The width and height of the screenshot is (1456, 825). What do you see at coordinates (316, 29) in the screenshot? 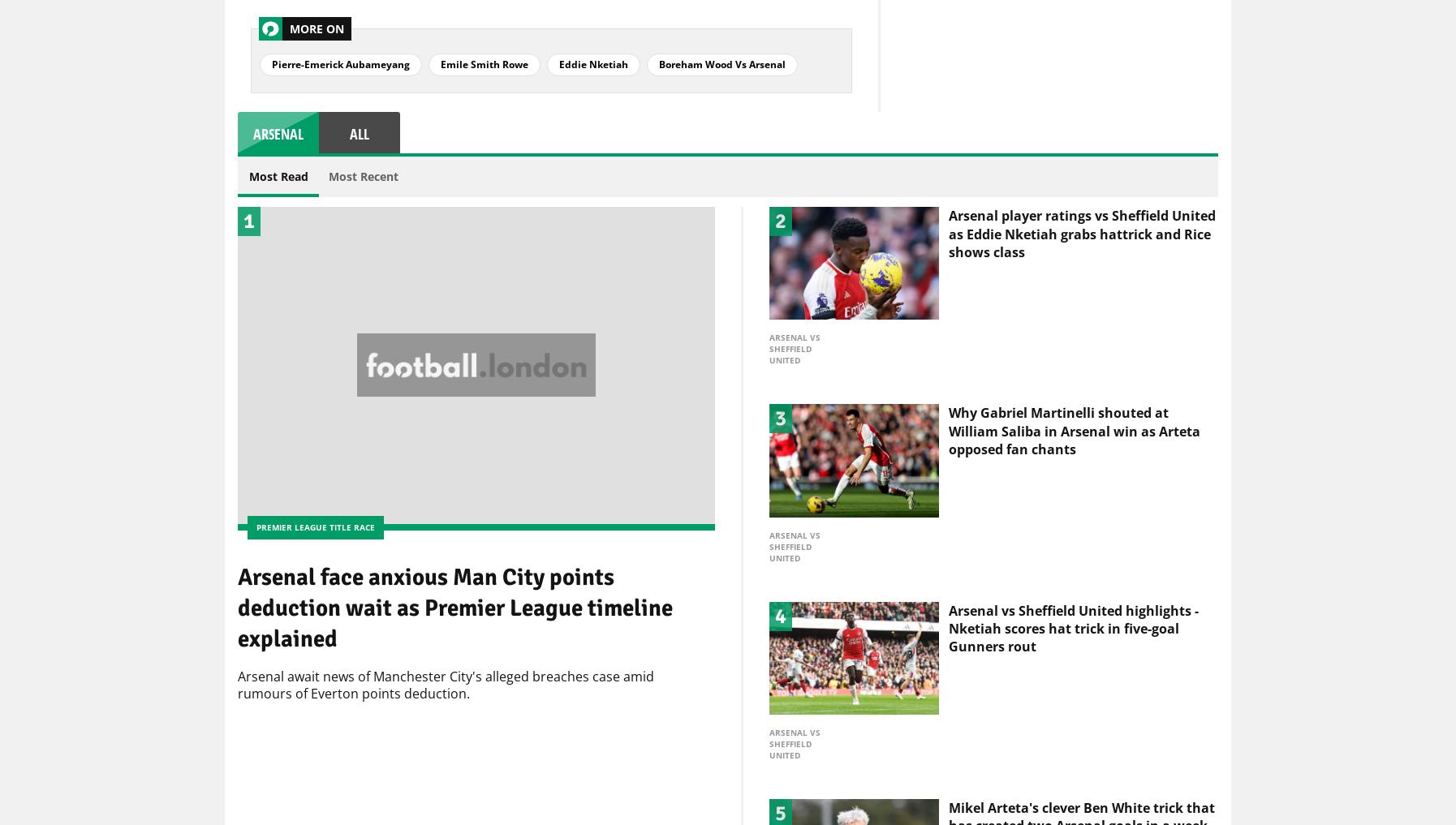
I see `'More On'` at bounding box center [316, 29].